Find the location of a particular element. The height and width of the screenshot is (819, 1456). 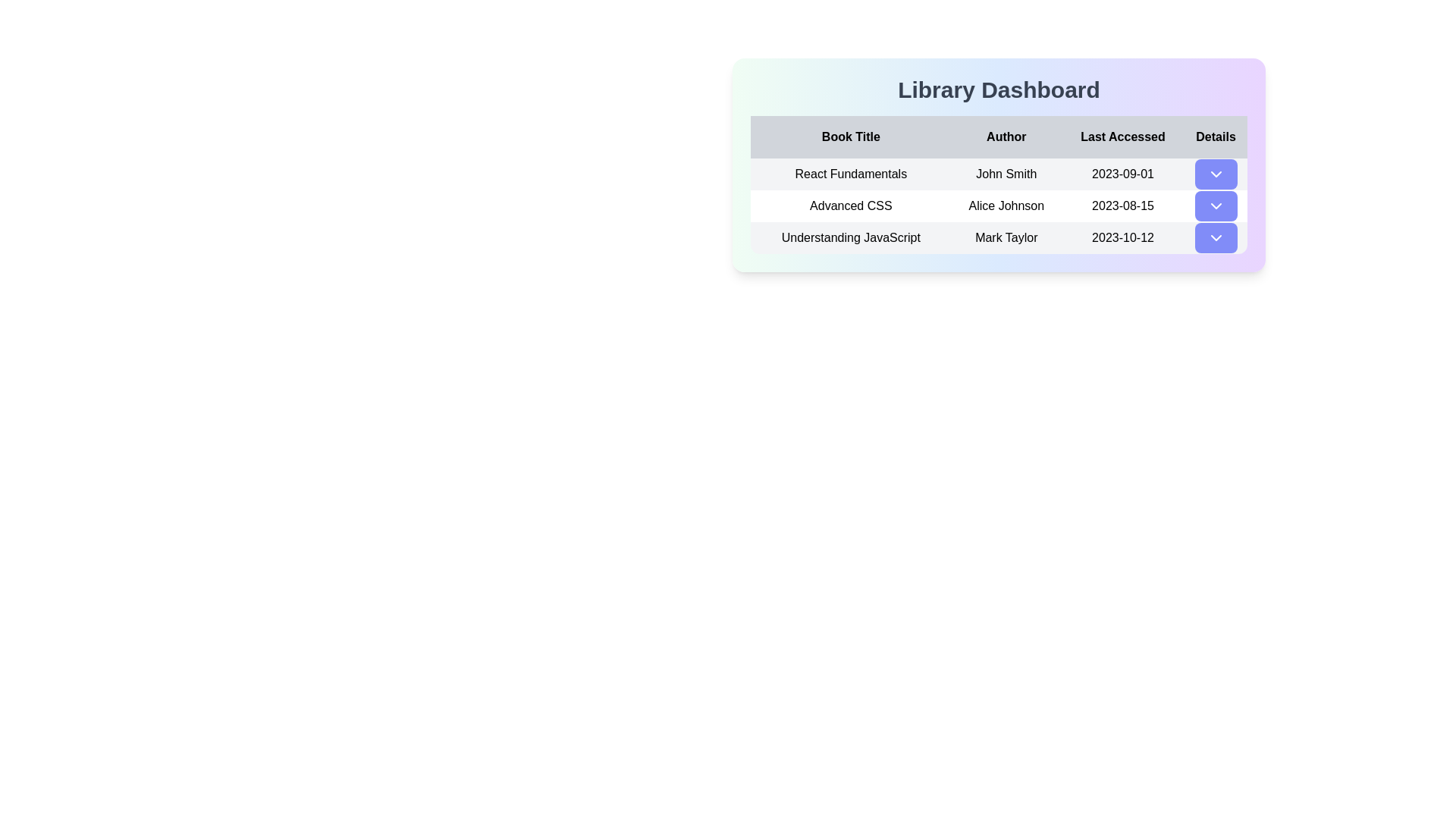

the table header label displaying 'Last Accessed', which is styled with a bold font and is positioned in the third column of the table, between the 'Author' and 'Details' columns is located at coordinates (1123, 137).